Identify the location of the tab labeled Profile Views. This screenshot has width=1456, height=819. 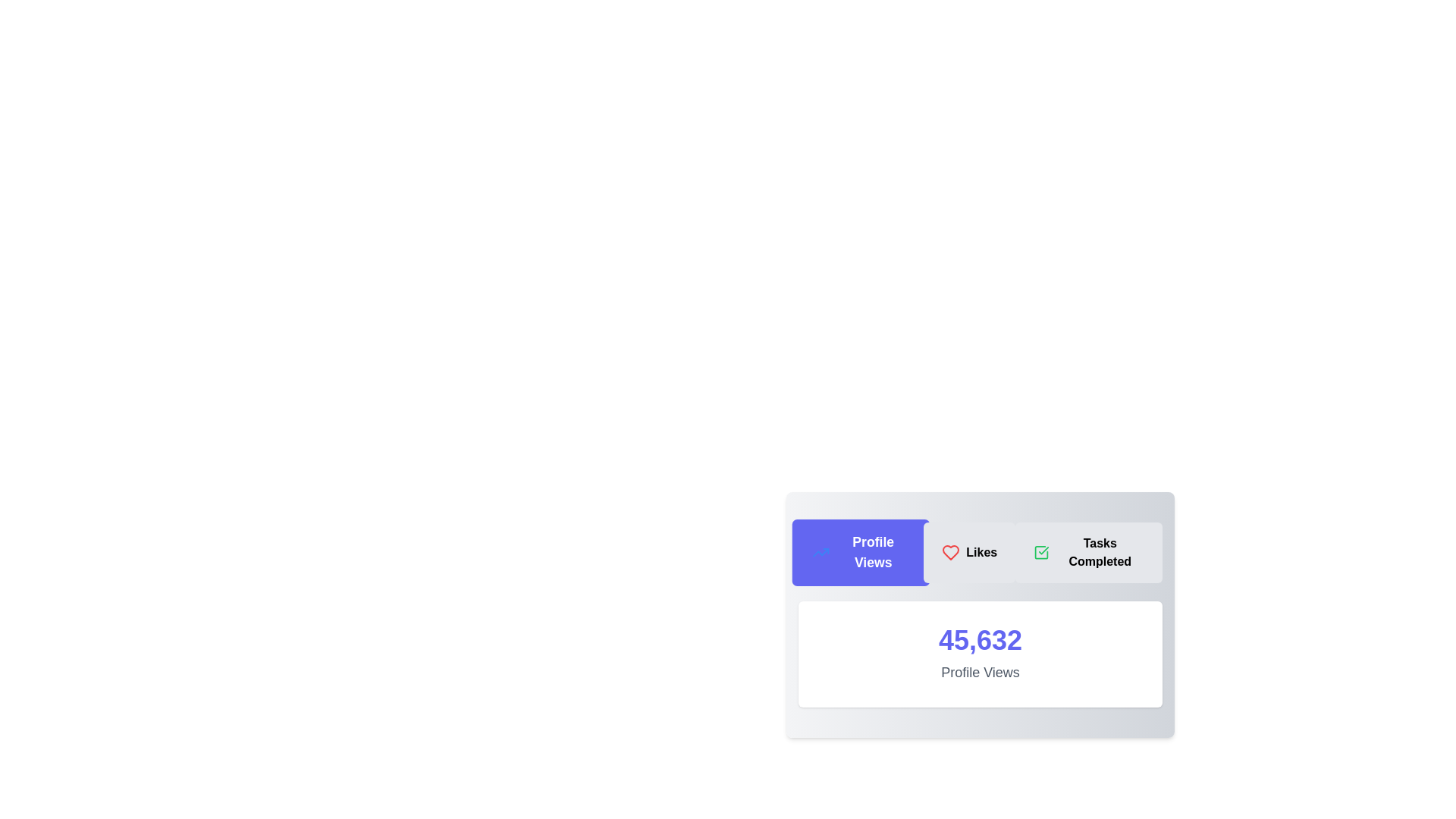
(861, 553).